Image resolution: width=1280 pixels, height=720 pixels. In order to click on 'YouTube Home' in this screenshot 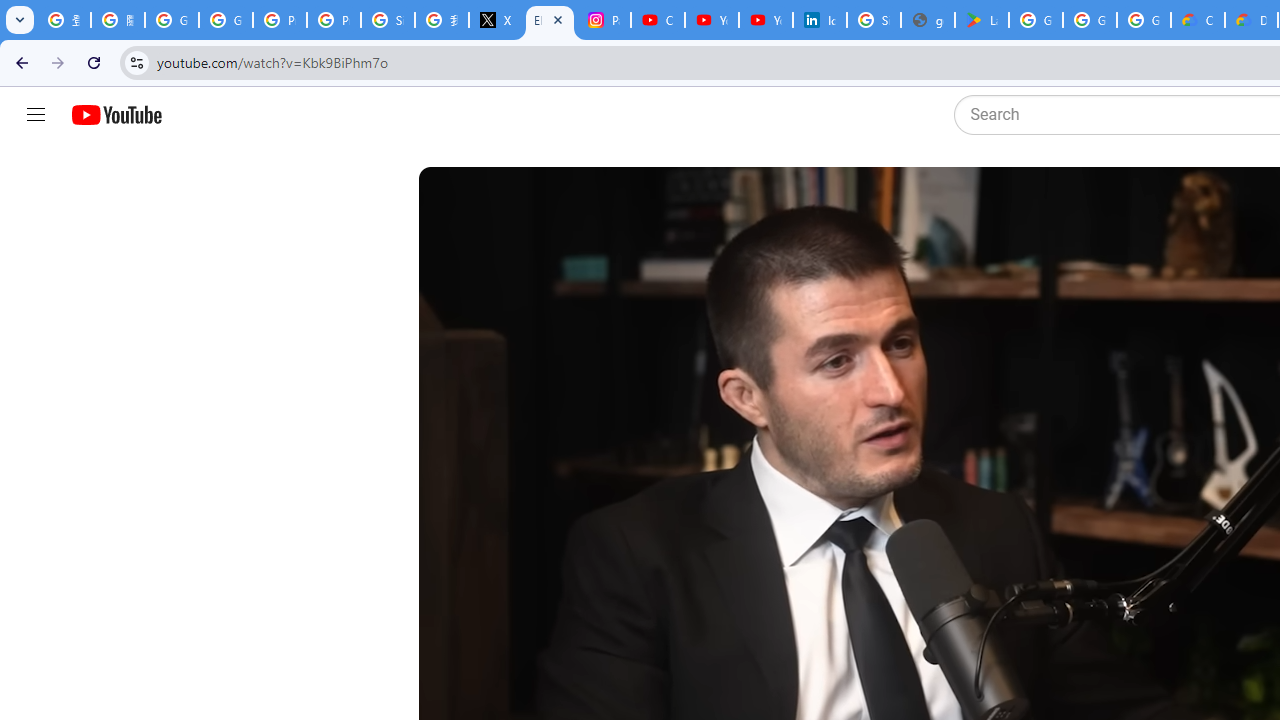, I will do `click(115, 115)`.